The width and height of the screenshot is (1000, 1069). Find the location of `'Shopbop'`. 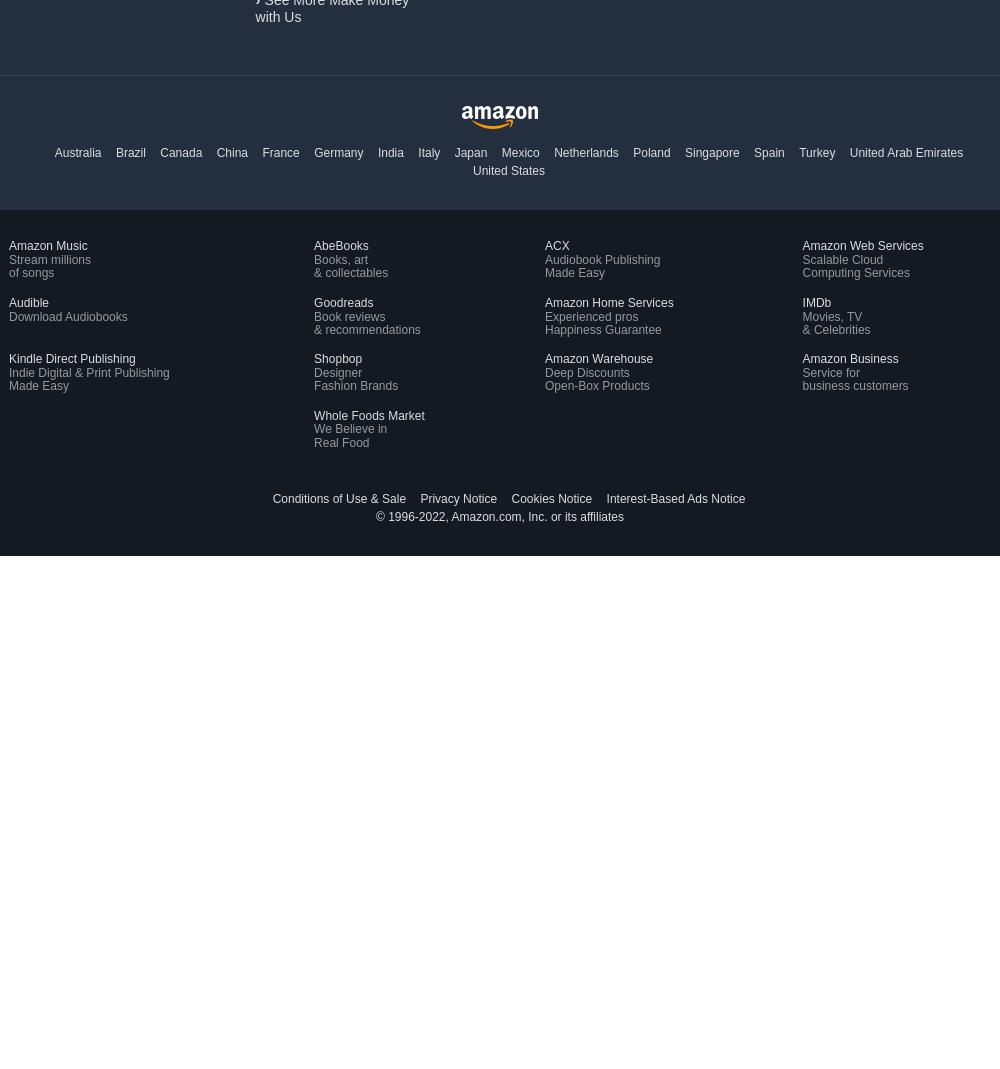

'Shopbop' is located at coordinates (313, 358).